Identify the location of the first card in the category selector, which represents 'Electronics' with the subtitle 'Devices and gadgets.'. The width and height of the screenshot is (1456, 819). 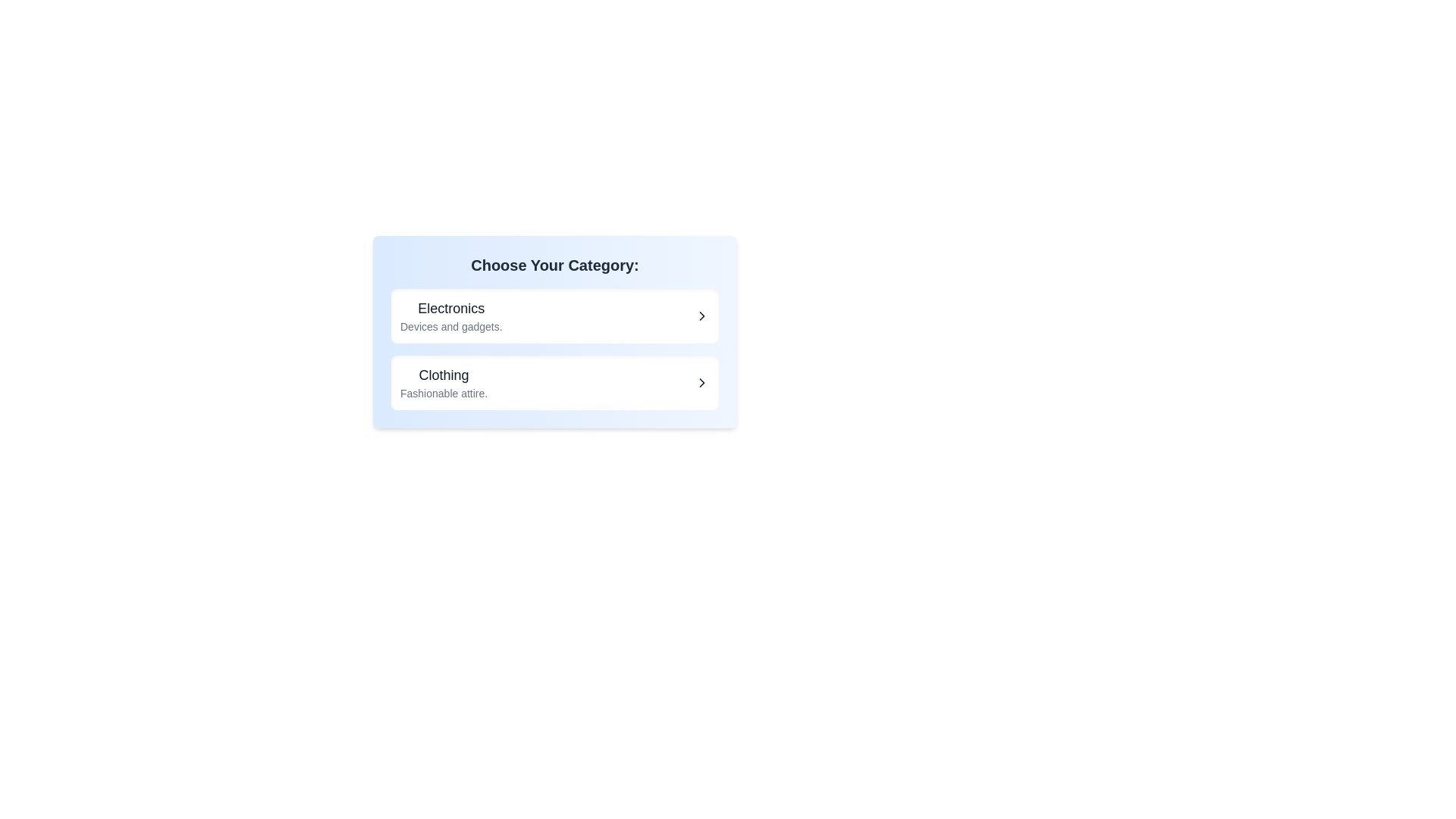
(554, 331).